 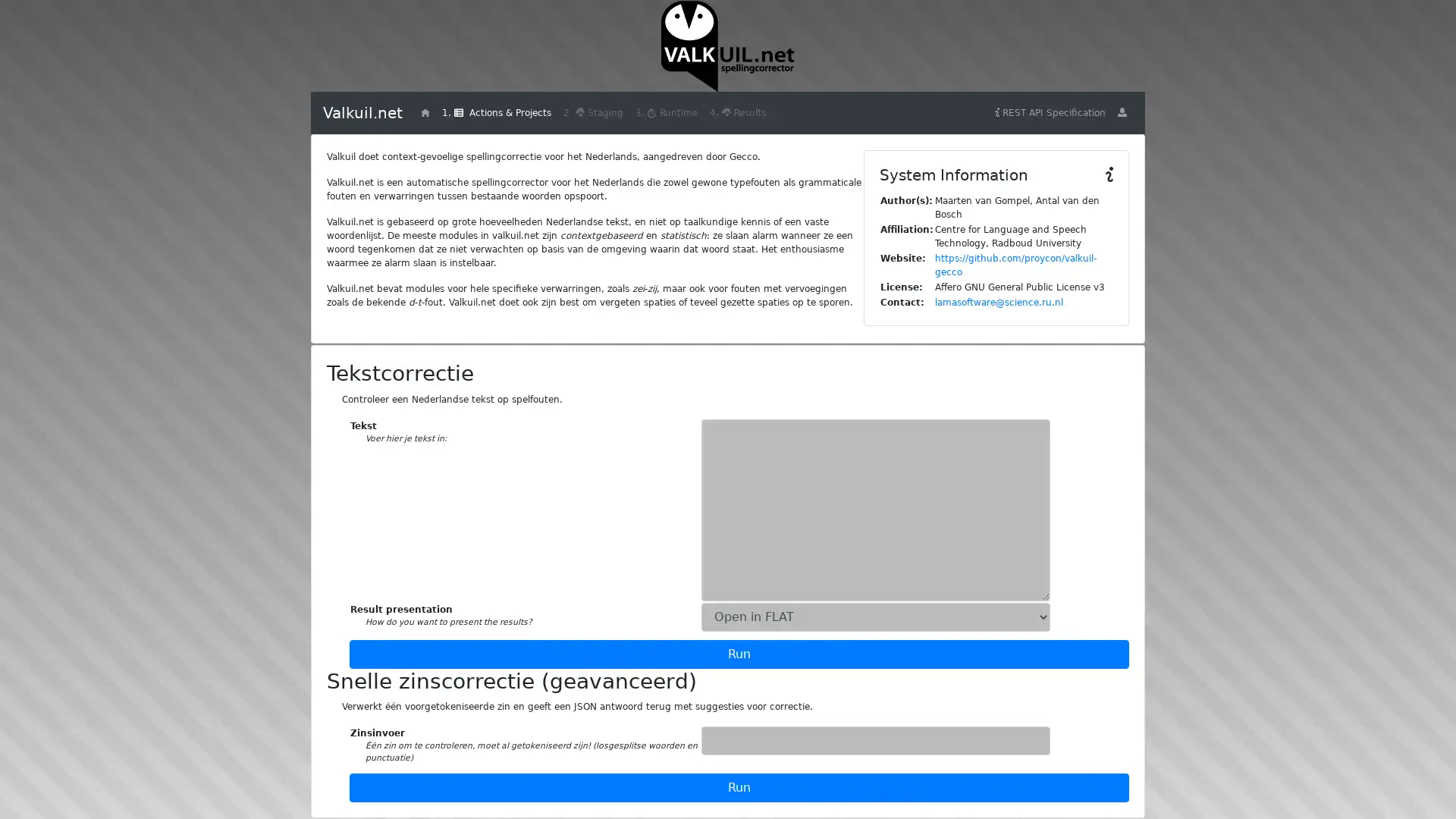 I want to click on Run, so click(x=739, y=786).